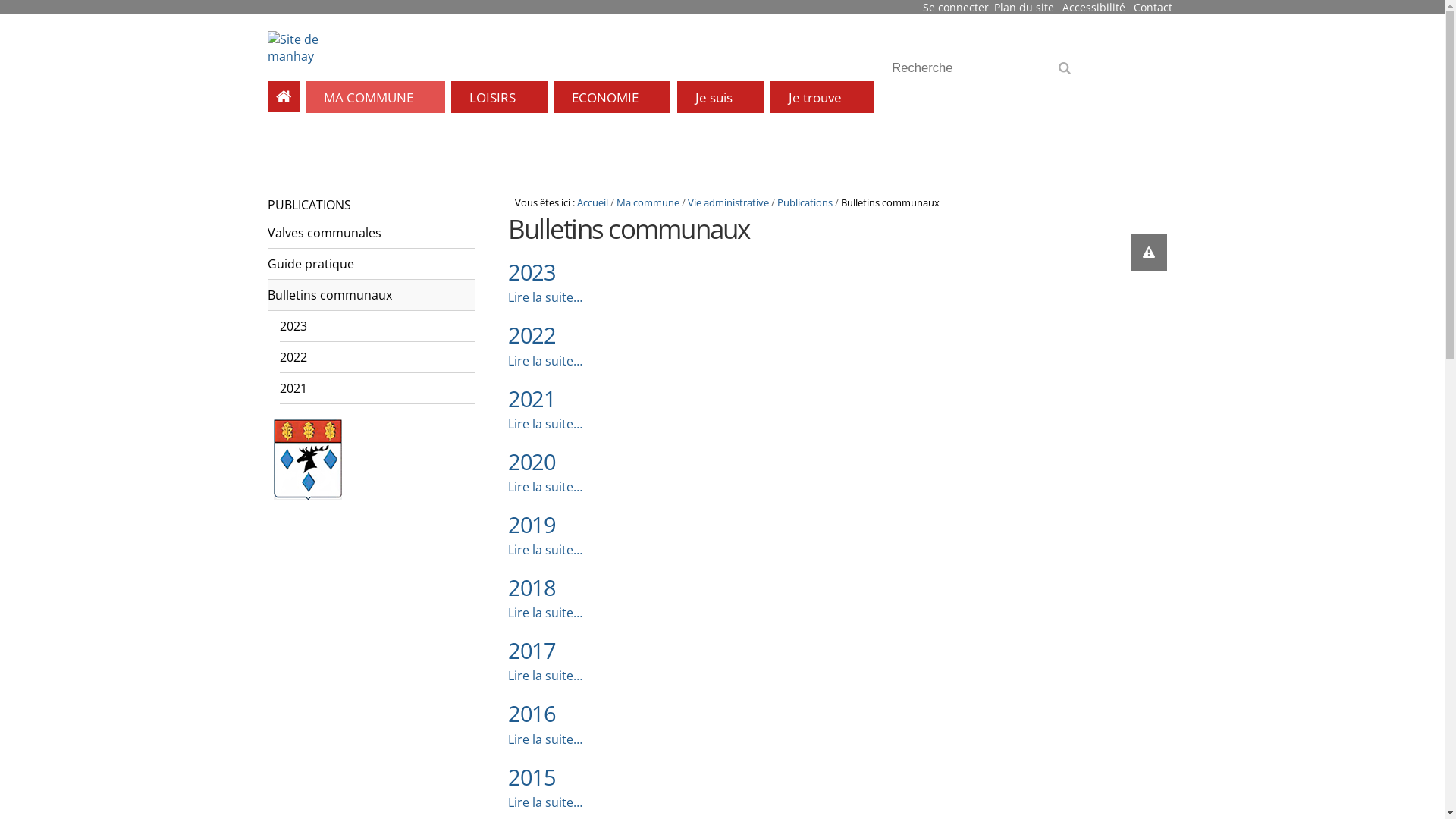 The height and width of the screenshot is (819, 1456). What do you see at coordinates (370, 295) in the screenshot?
I see `'Bulletins communaux'` at bounding box center [370, 295].